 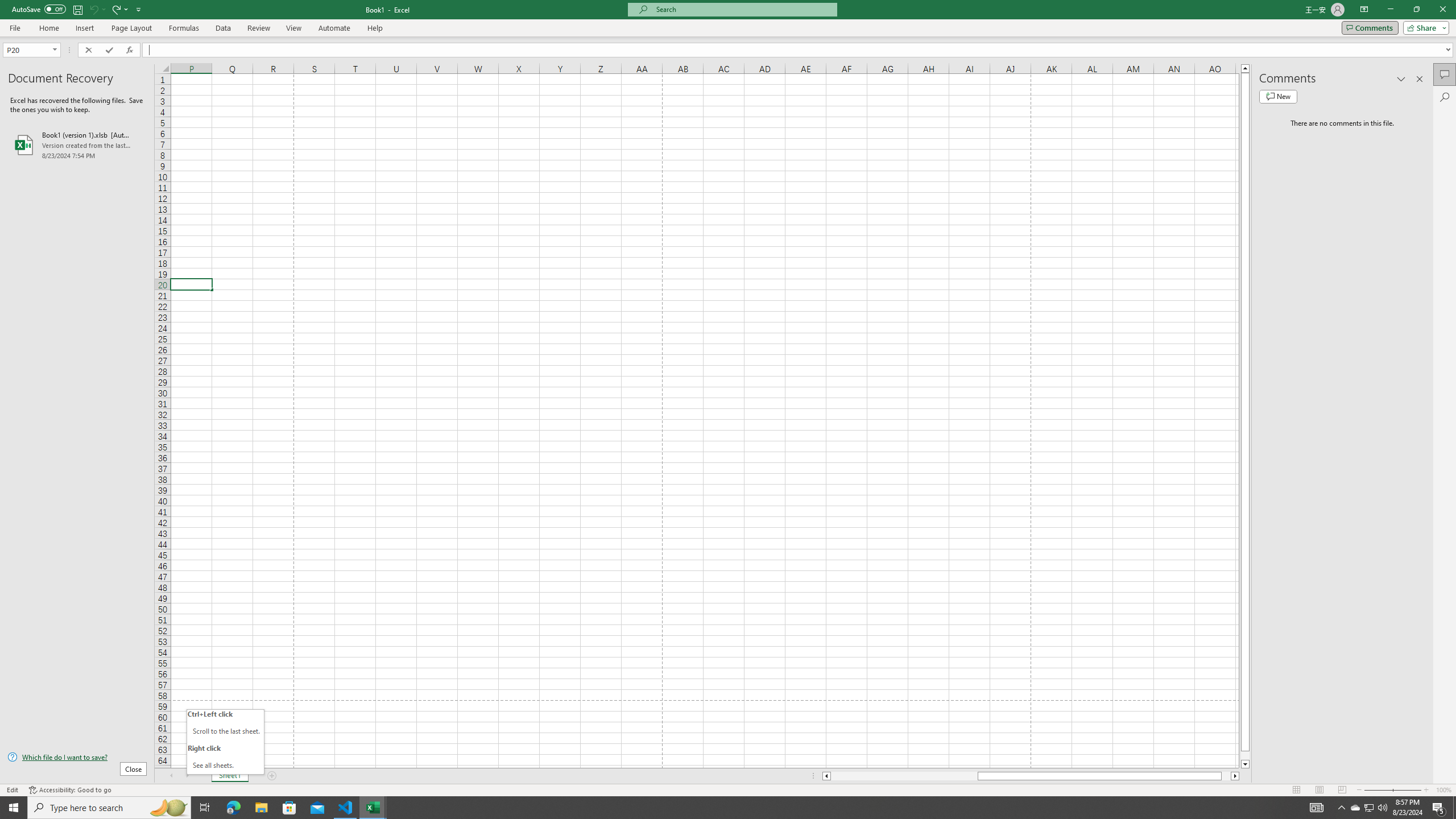 I want to click on 'Zoom Out', so click(x=1378, y=790).